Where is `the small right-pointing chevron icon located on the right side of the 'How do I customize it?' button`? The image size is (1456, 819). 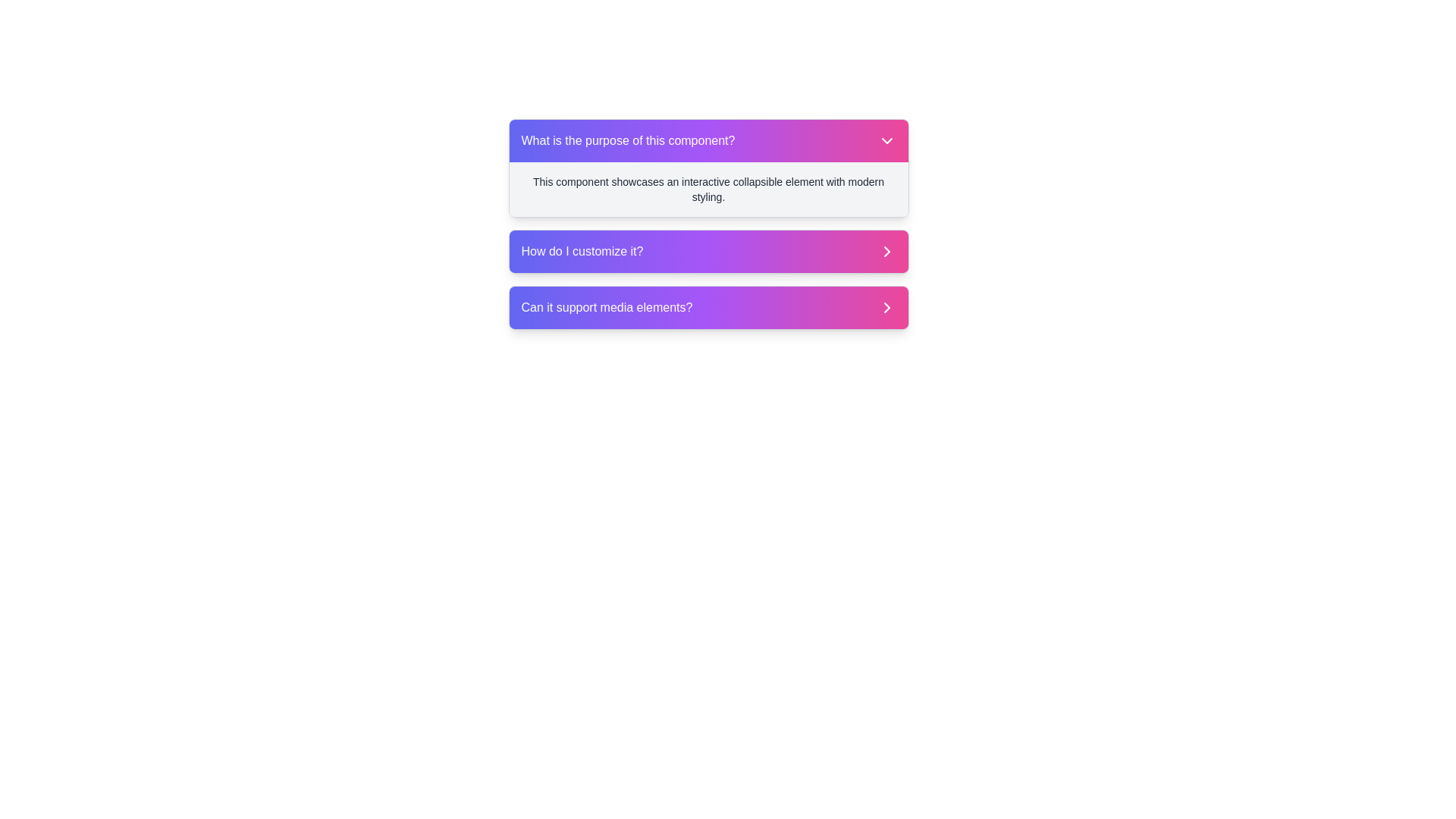 the small right-pointing chevron icon located on the right side of the 'How do I customize it?' button is located at coordinates (886, 250).